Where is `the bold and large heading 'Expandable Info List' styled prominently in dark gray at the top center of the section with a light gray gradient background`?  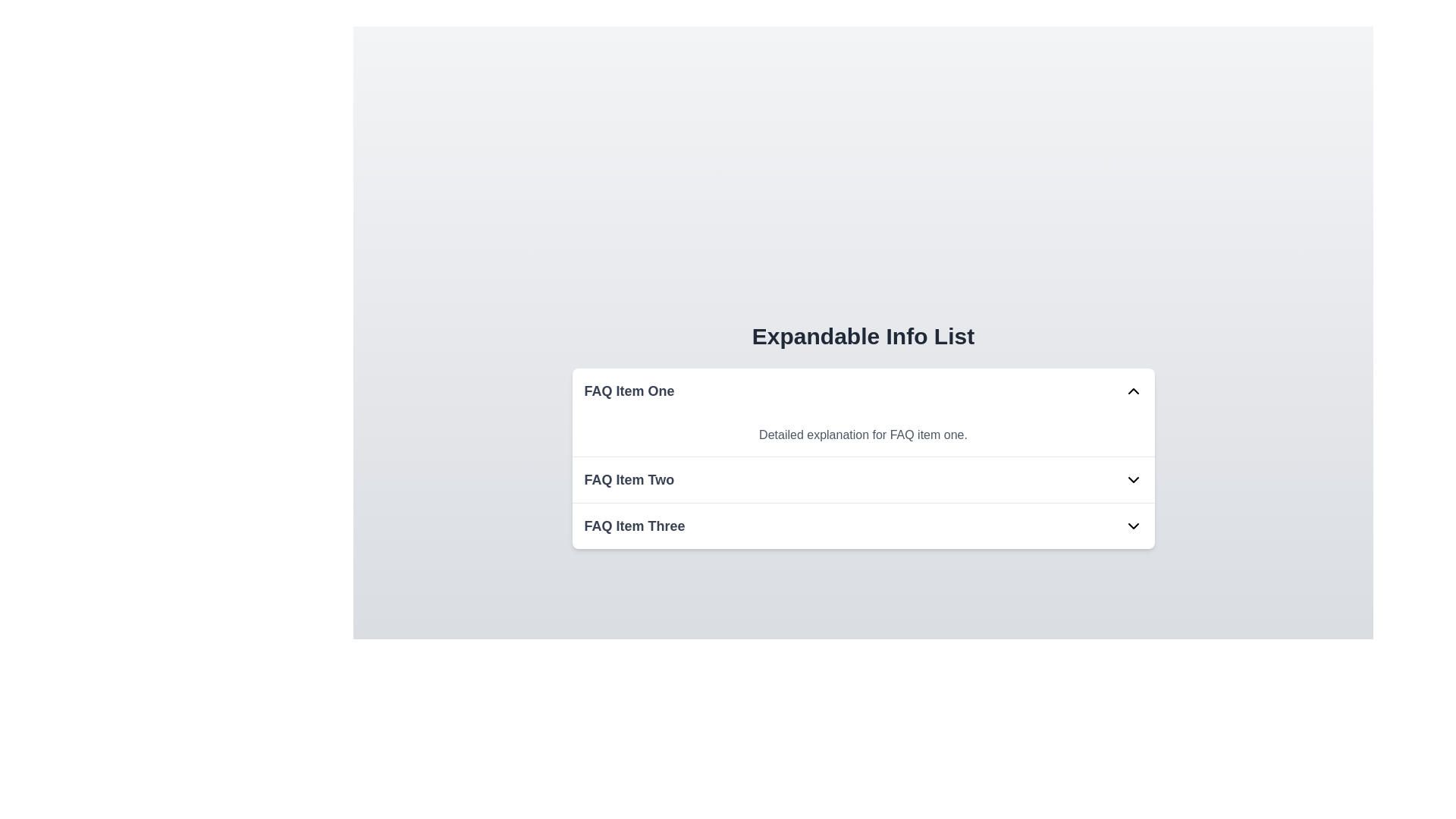 the bold and large heading 'Expandable Info List' styled prominently in dark gray at the top center of the section with a light gray gradient background is located at coordinates (863, 335).